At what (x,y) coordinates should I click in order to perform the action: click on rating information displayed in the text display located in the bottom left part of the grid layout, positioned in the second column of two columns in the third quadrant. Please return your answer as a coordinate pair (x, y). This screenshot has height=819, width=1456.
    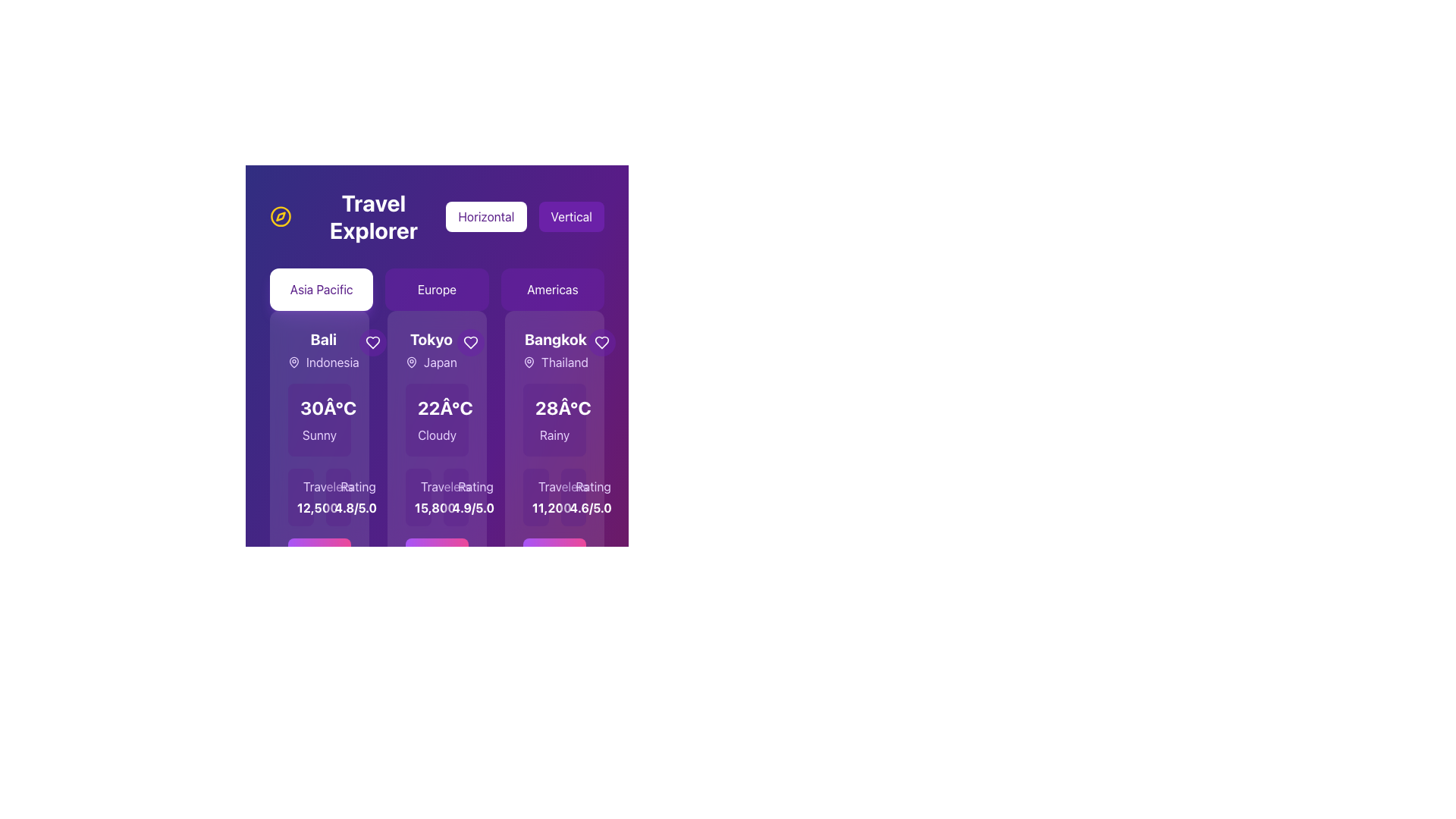
    Looking at the image, I should click on (337, 497).